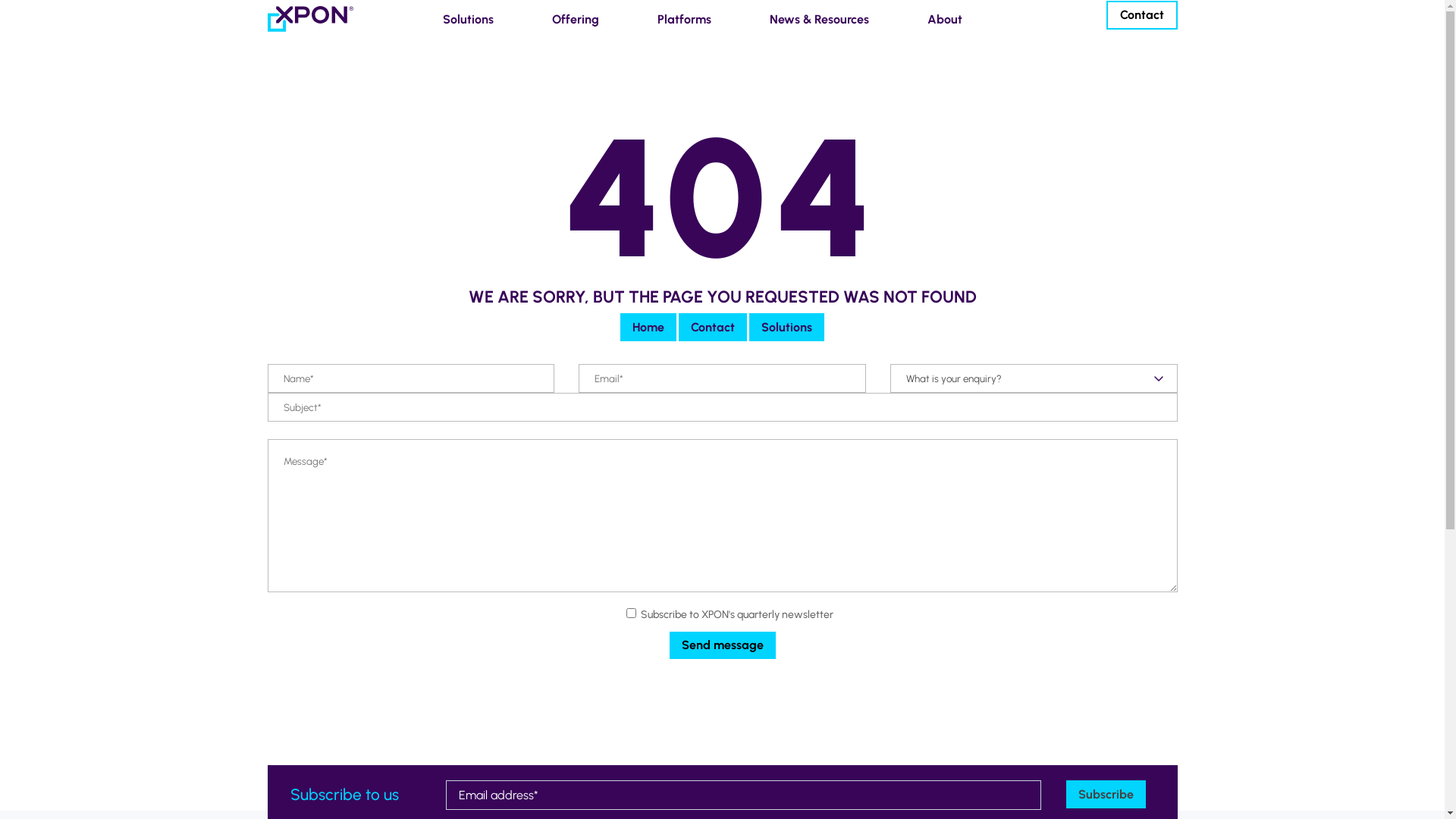 The width and height of the screenshot is (1456, 819). I want to click on 'Contact', so click(712, 326).